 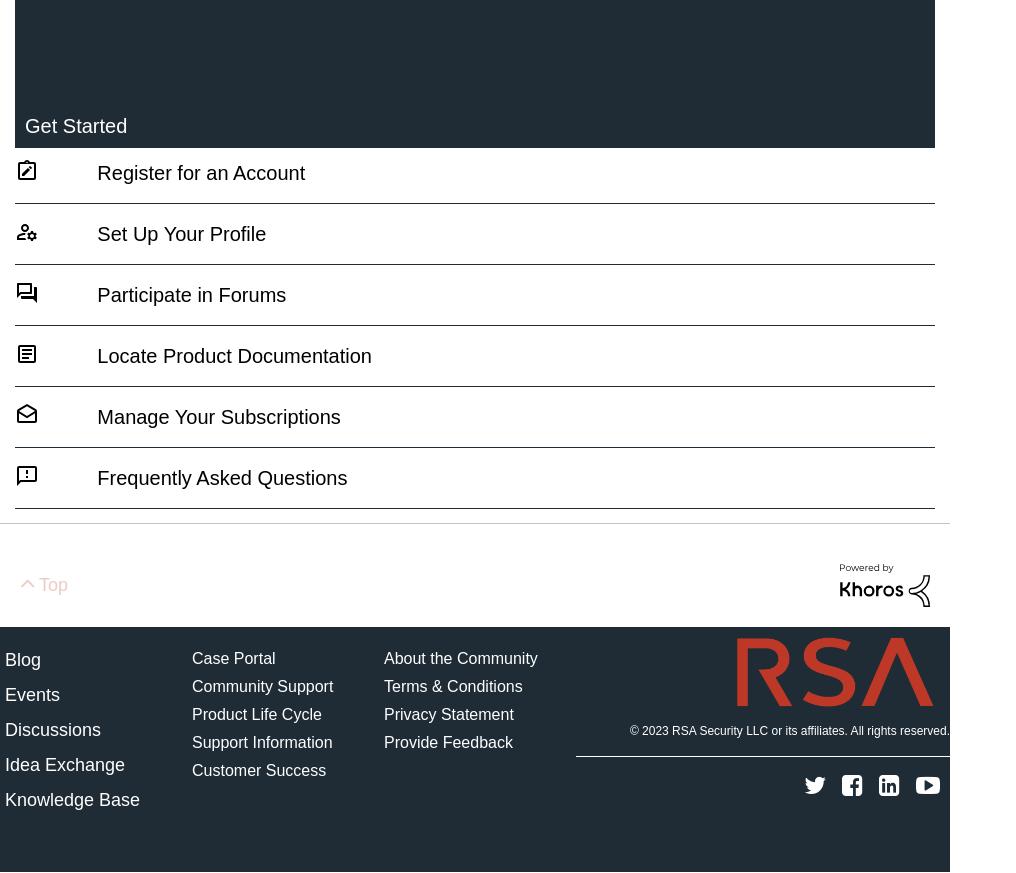 I want to click on 'Provide Feedback', so click(x=447, y=740).